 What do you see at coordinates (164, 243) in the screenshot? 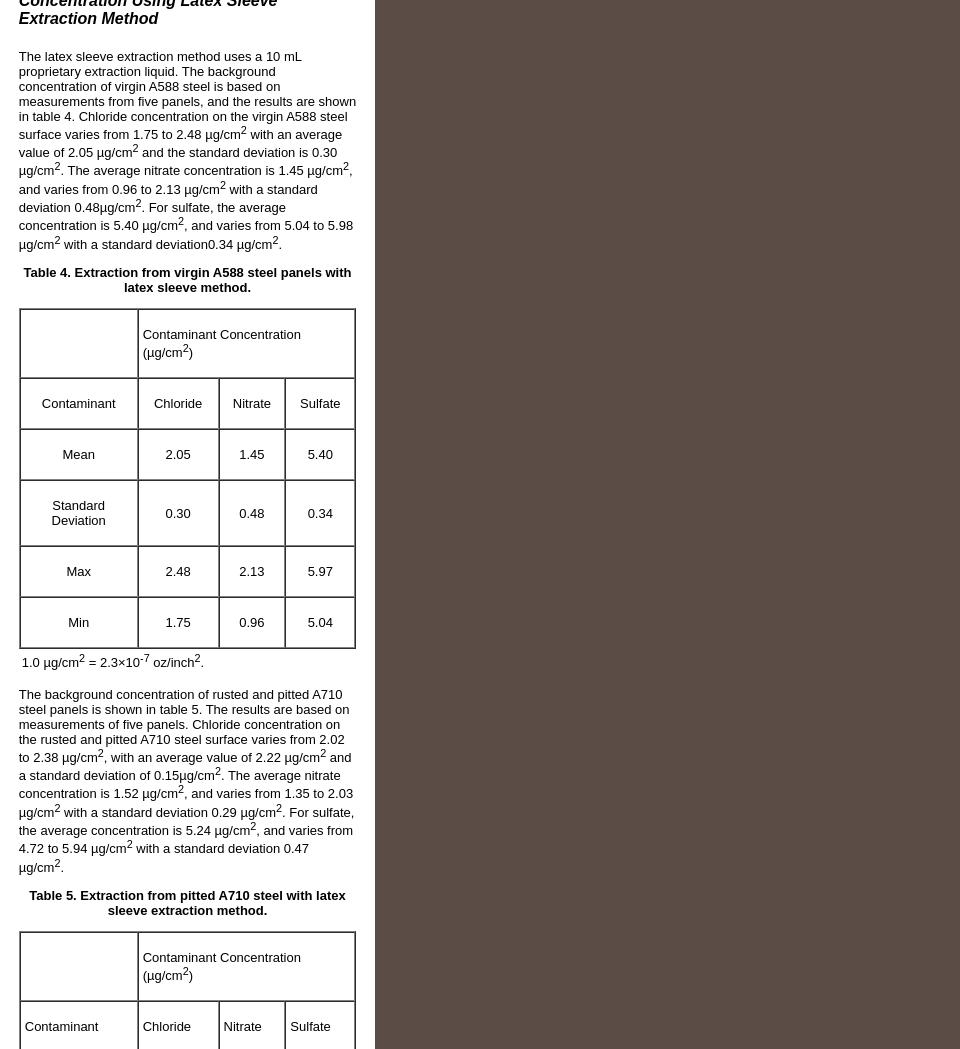
I see `'with a standard deviation0.34 µg/cm'` at bounding box center [164, 243].